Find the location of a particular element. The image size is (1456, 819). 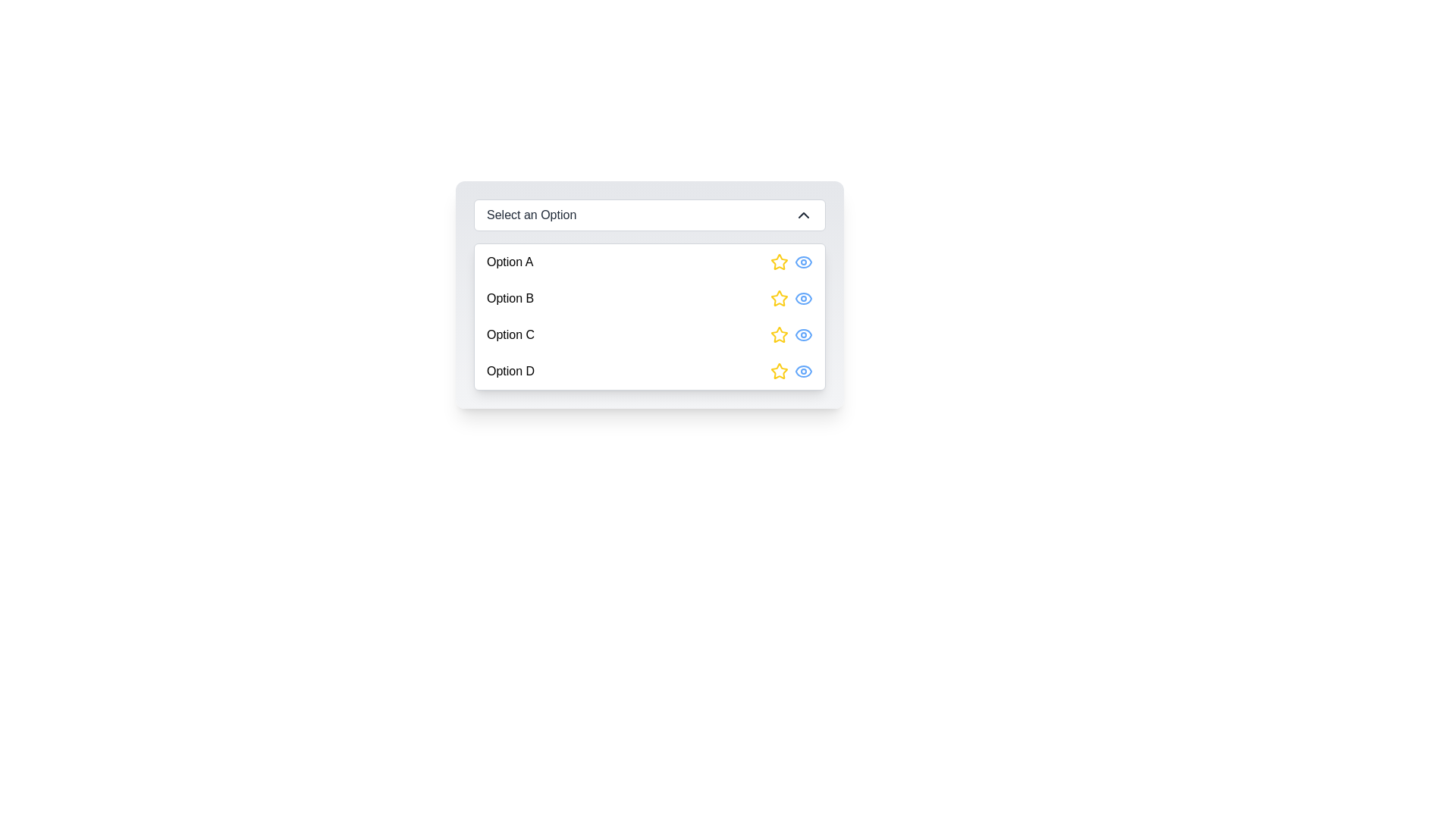

the text label displaying 'Option B', which is the central text of the second list item in the vertical menu list, positioned between 'Option A' and 'Option C' is located at coordinates (510, 298).